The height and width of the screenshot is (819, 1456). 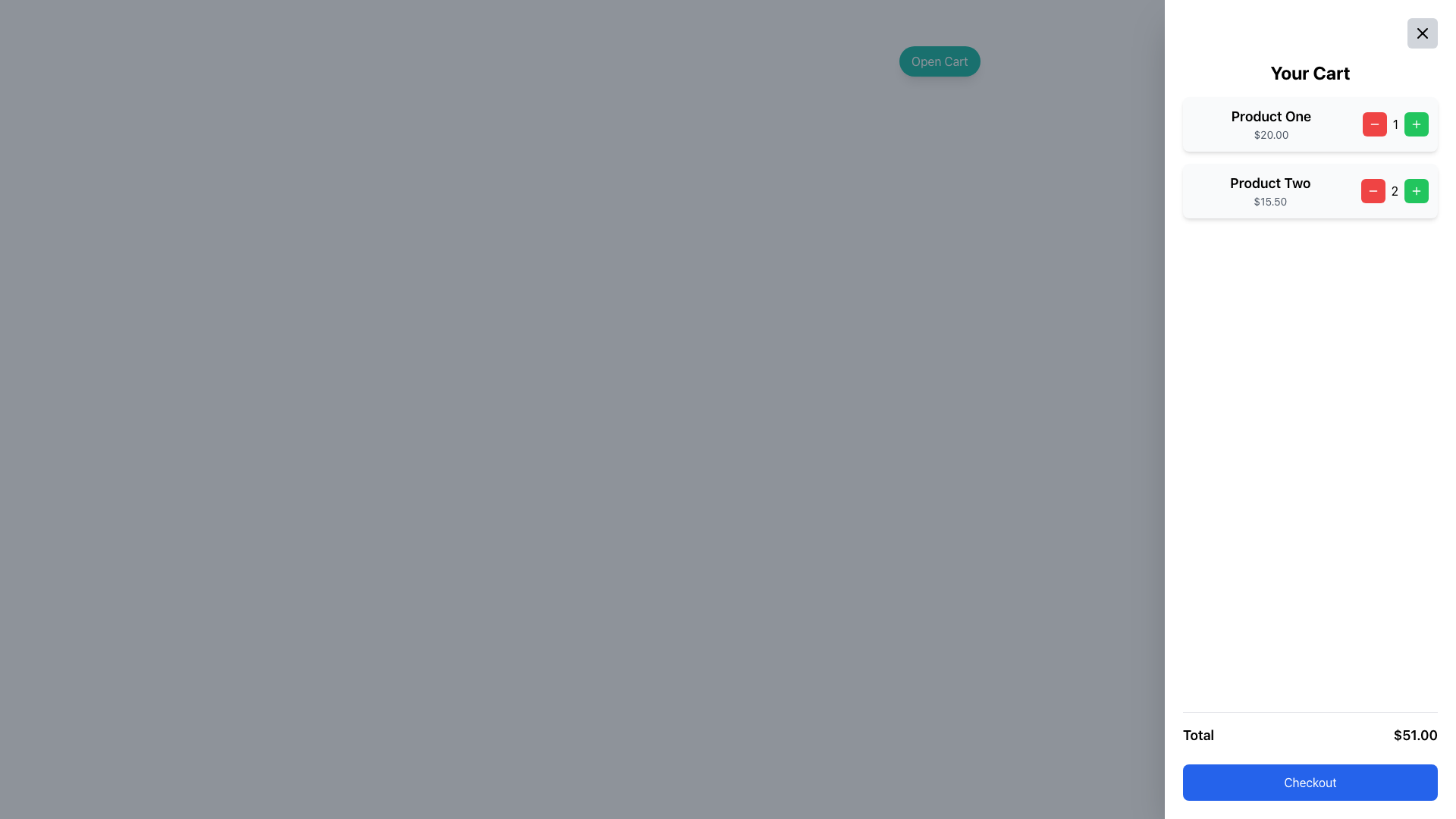 I want to click on the header text element reading 'Your Cart', which is styled in a bold, extra-large font and positioned at the top of the right-hand panel, so click(x=1310, y=73).